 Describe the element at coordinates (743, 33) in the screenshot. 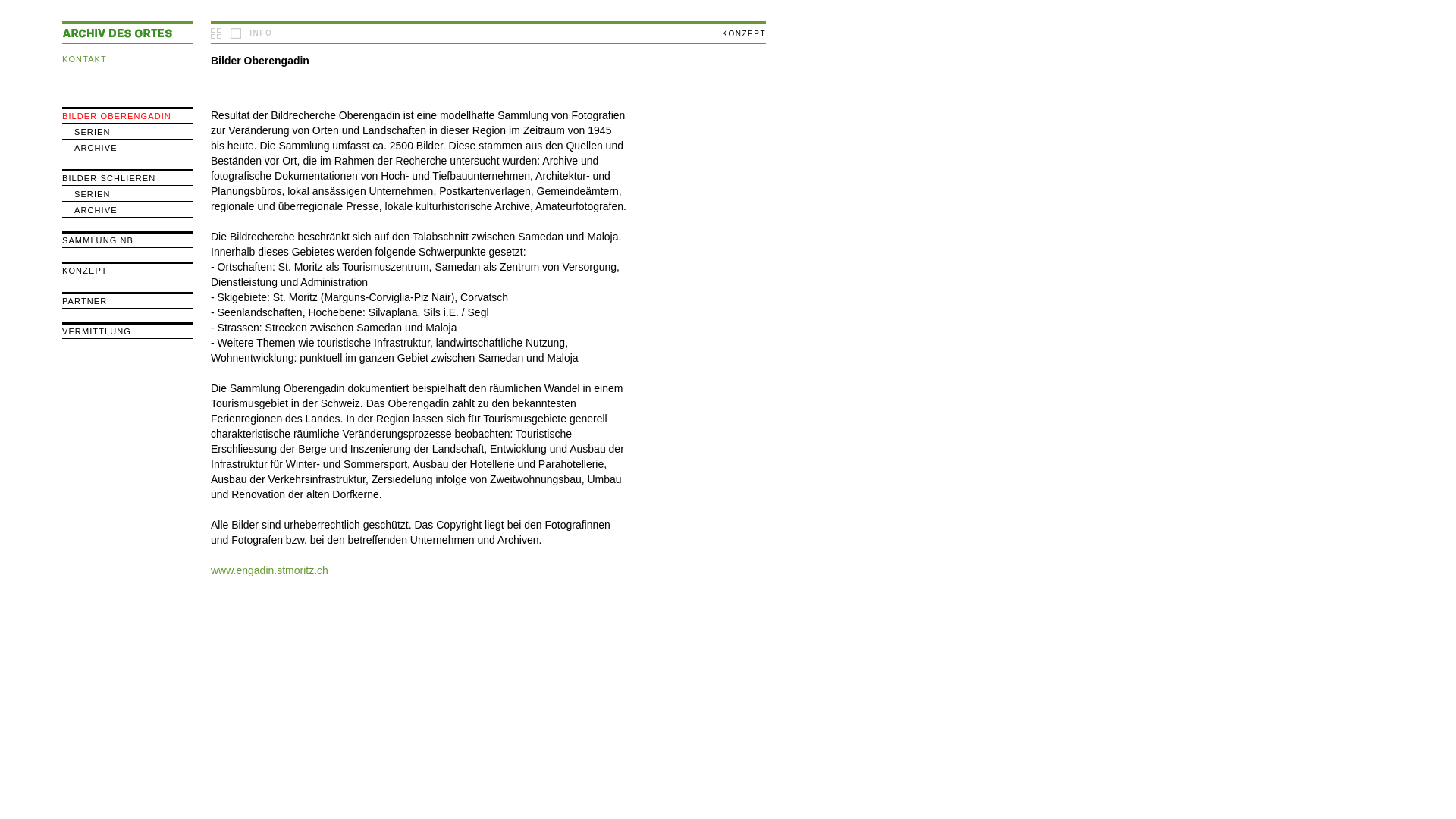

I see `'KONZEPT'` at that location.